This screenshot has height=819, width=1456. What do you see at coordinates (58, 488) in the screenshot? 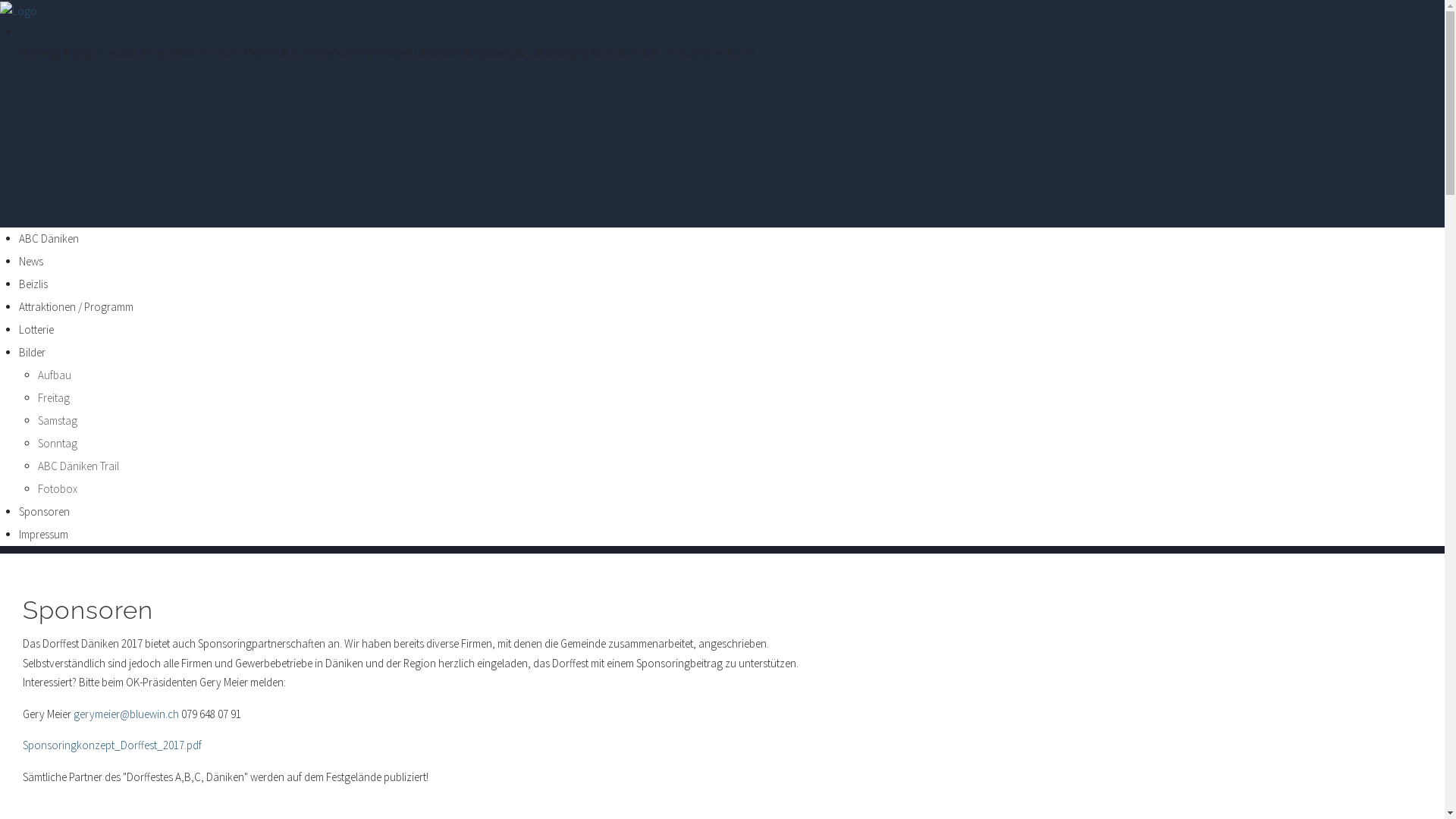
I see `'Fotobox'` at bounding box center [58, 488].